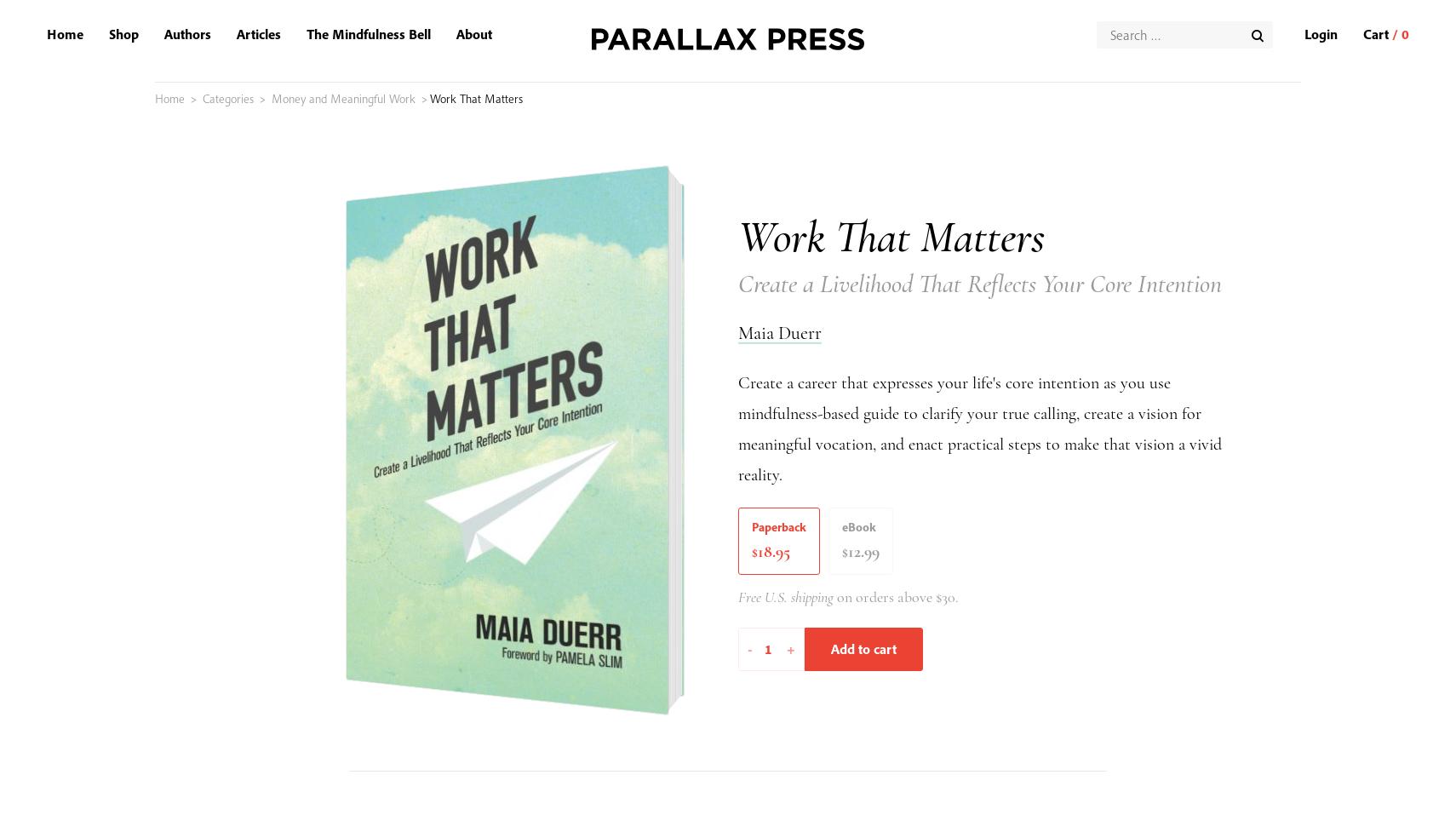  Describe the element at coordinates (901, 296) in the screenshot. I see `'Work'` at that location.